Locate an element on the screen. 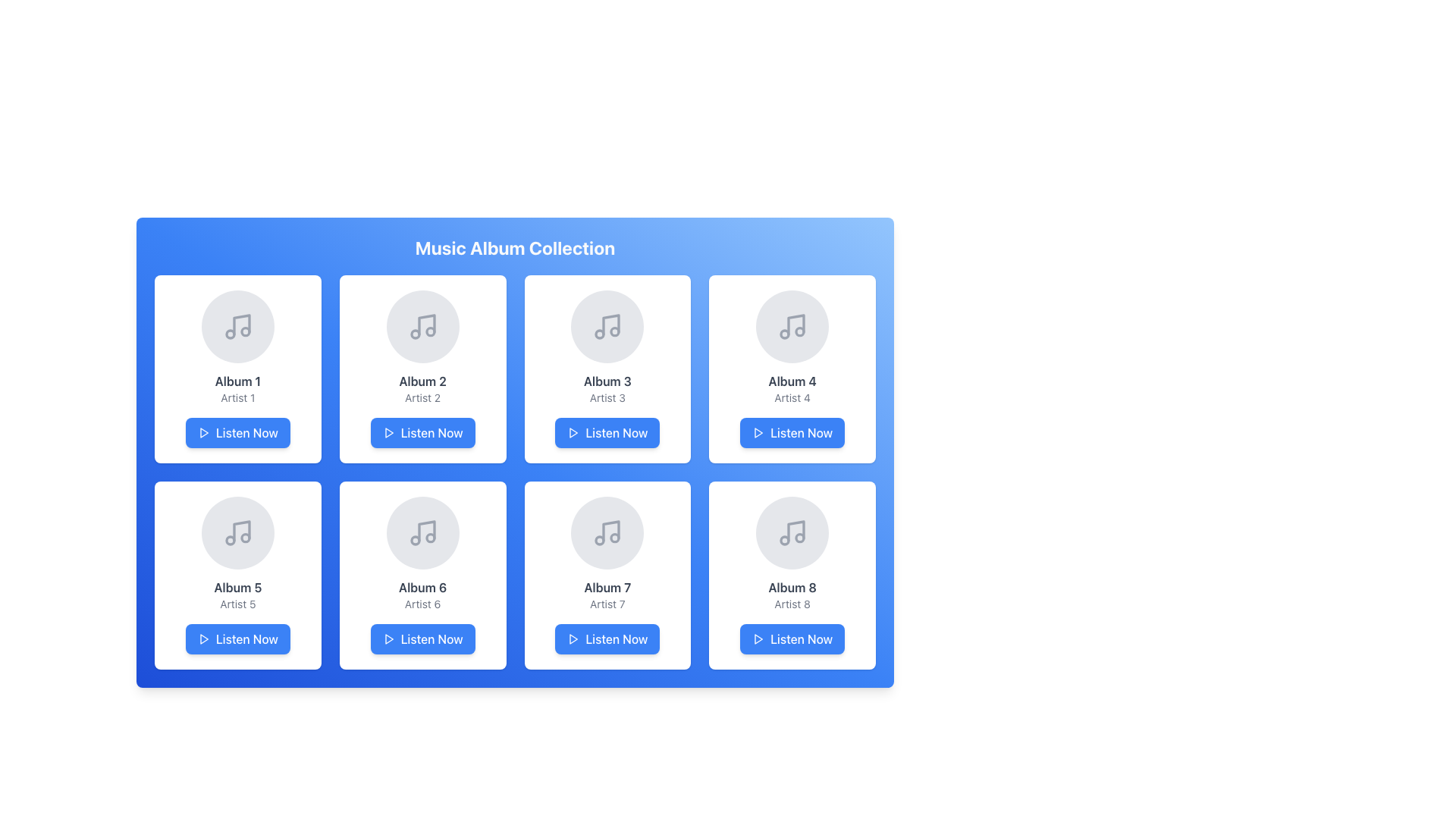  the text label displaying the title 'Album 7', which is located at the top of the seventh card in the grid layout is located at coordinates (607, 587).